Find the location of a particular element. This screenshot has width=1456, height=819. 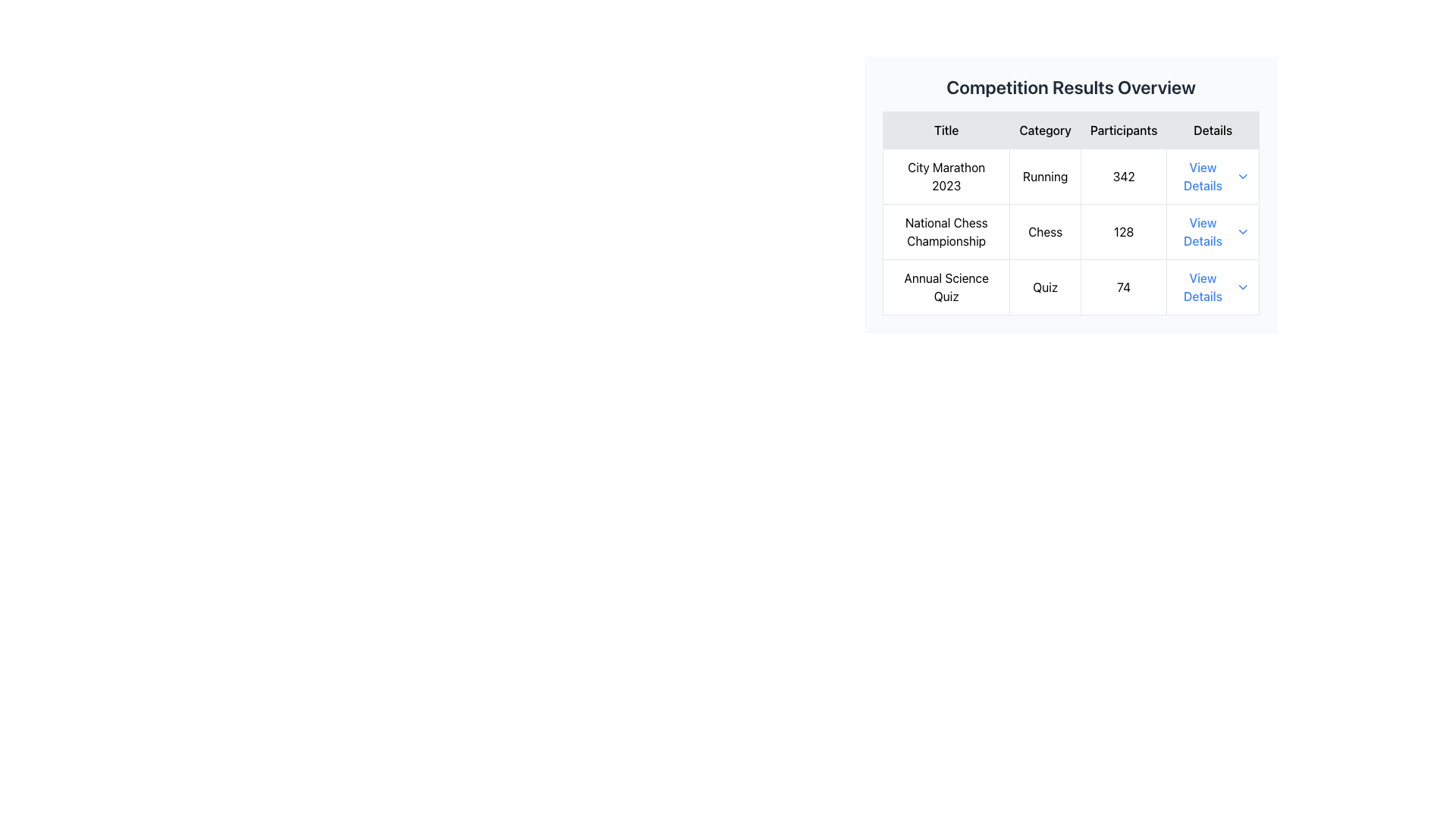

the 'View Details' button with dropdown functionality located is located at coordinates (1212, 287).